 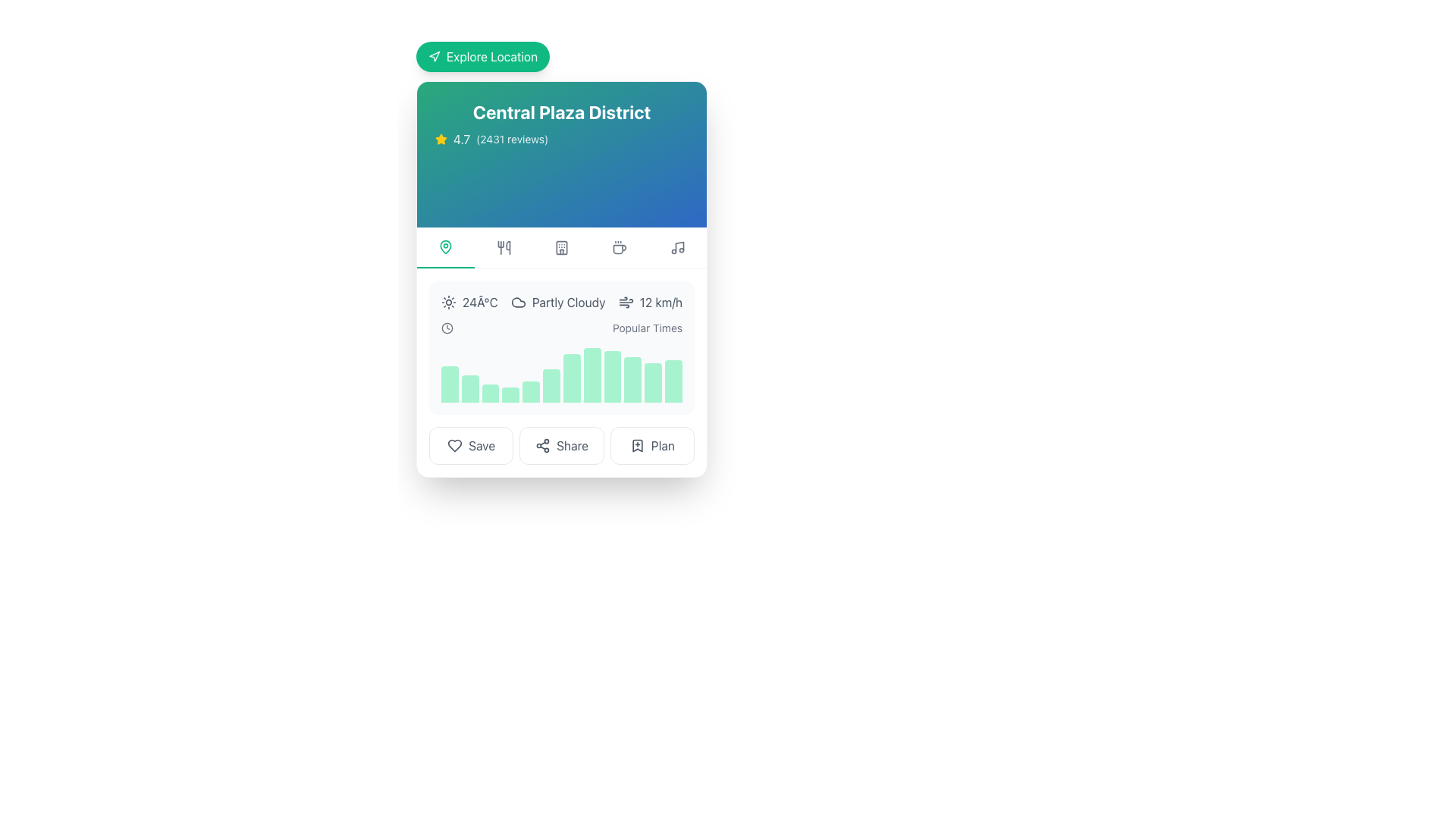 I want to click on '12 km/h' text label, styled in gray within the weather details section, for readability, so click(x=661, y=302).